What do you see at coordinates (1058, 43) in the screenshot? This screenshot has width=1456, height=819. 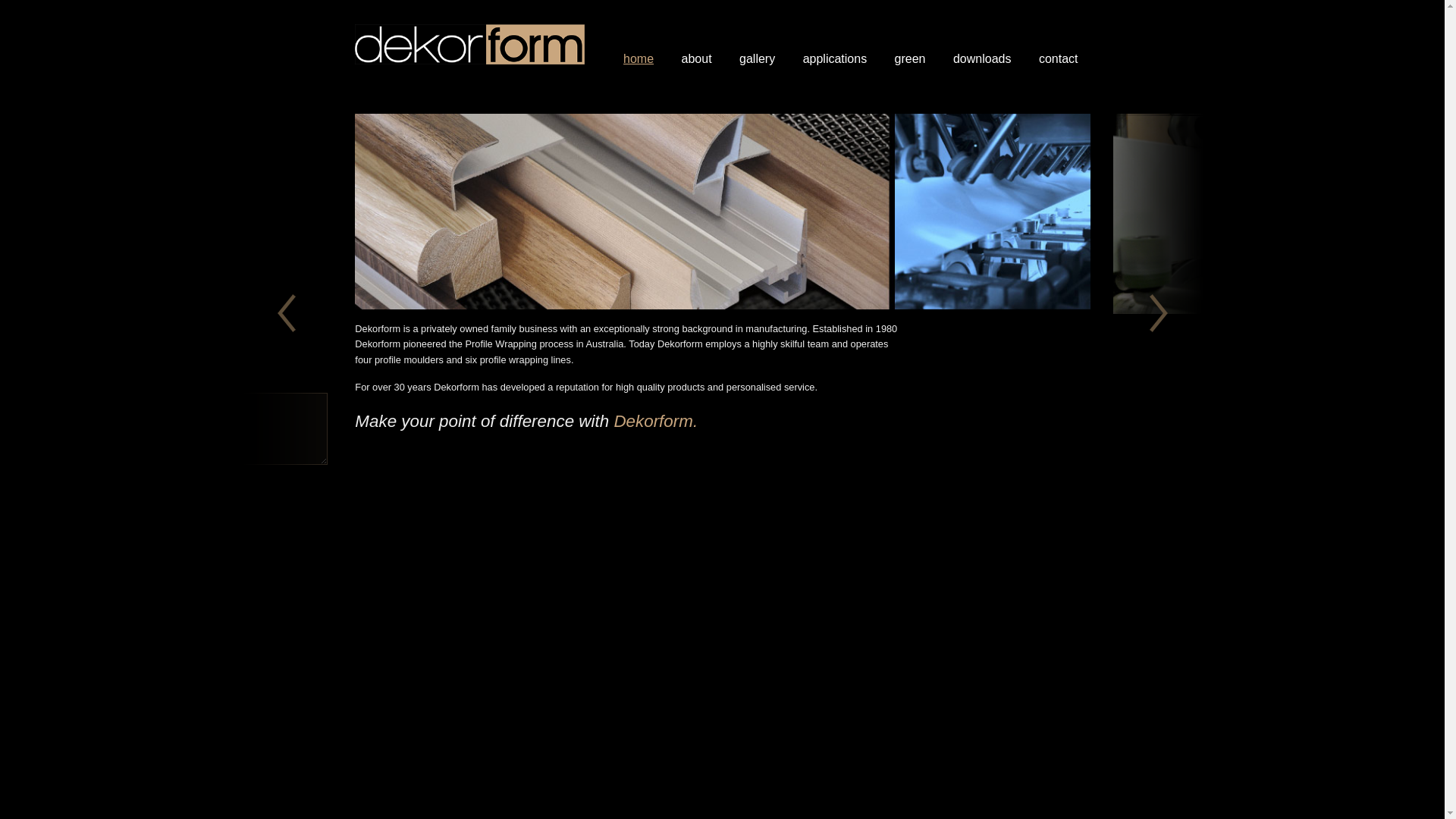 I see `'contact'` at bounding box center [1058, 43].